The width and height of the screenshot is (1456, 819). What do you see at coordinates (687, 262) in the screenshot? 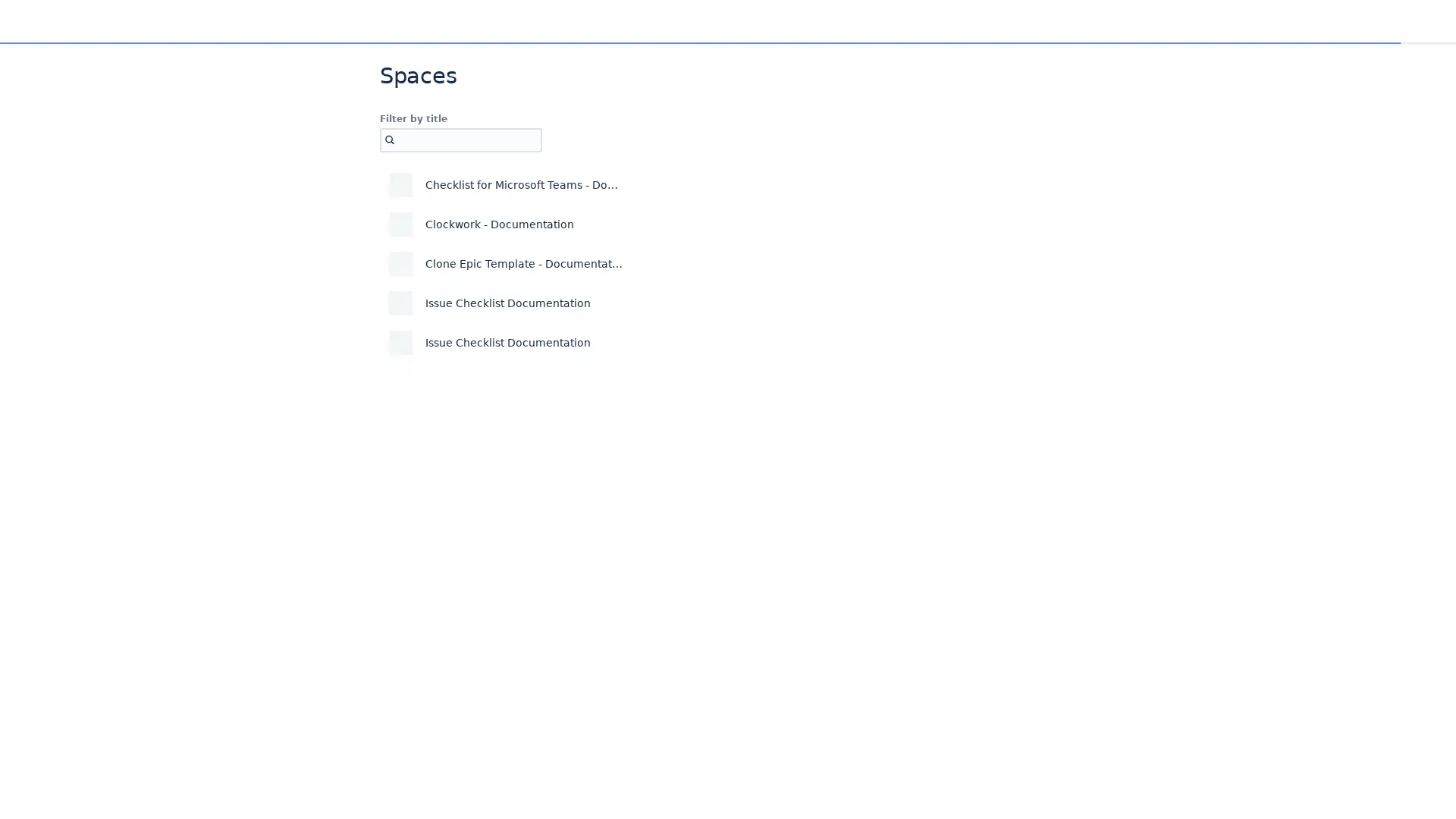
I see `documentation` at bounding box center [687, 262].